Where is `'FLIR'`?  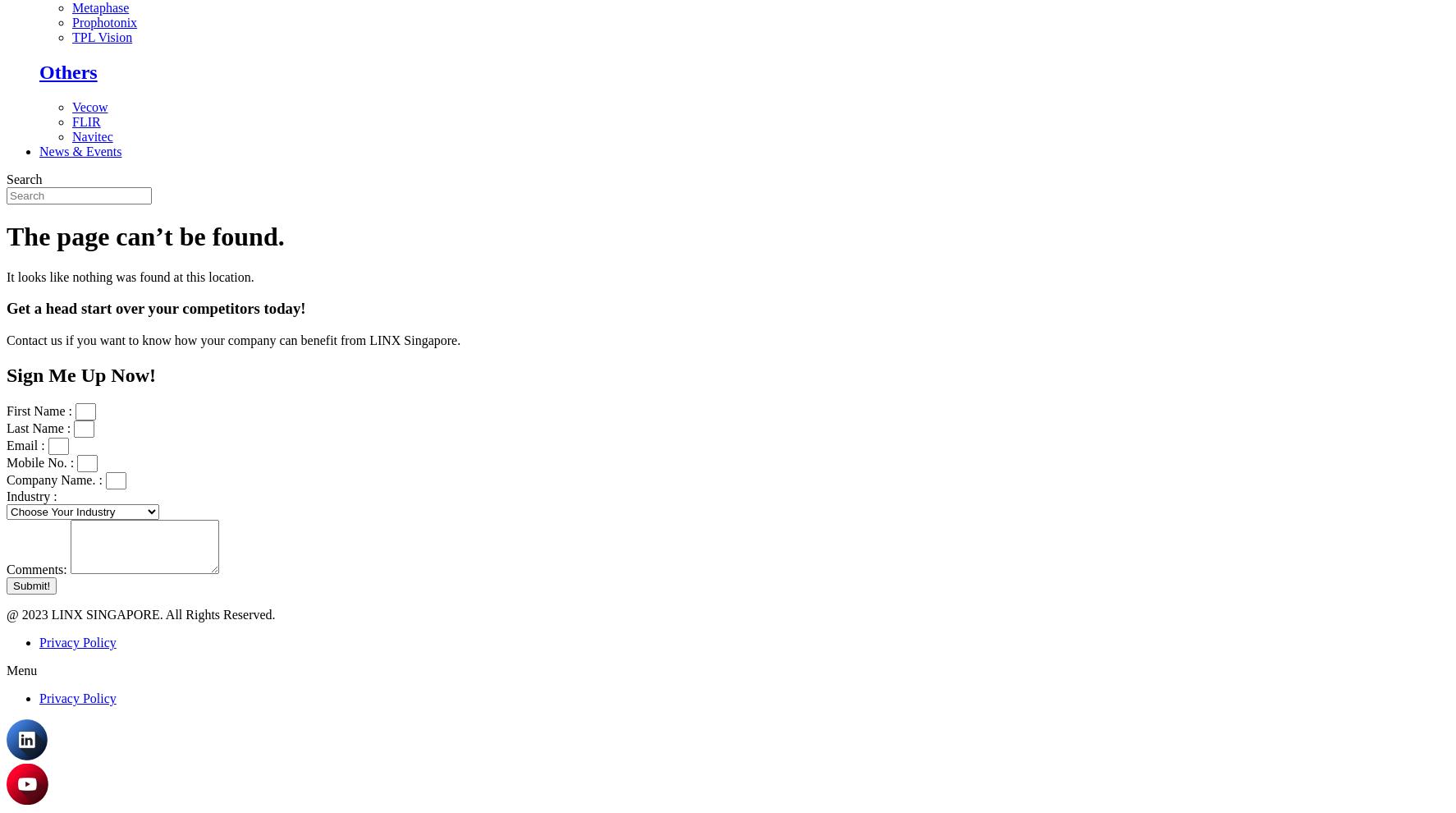
'FLIR' is located at coordinates (86, 120).